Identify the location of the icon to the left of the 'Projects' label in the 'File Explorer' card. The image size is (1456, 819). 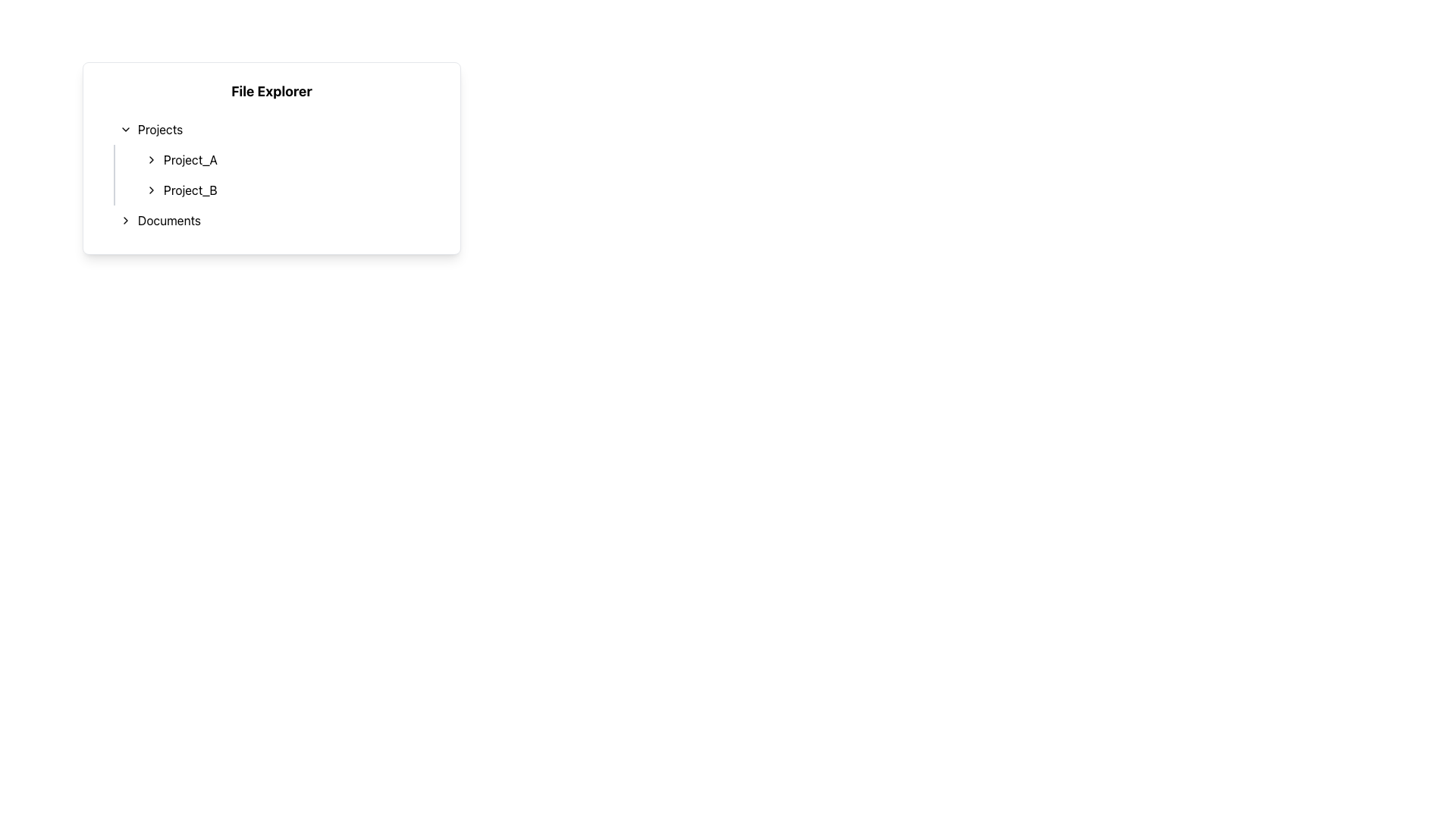
(126, 128).